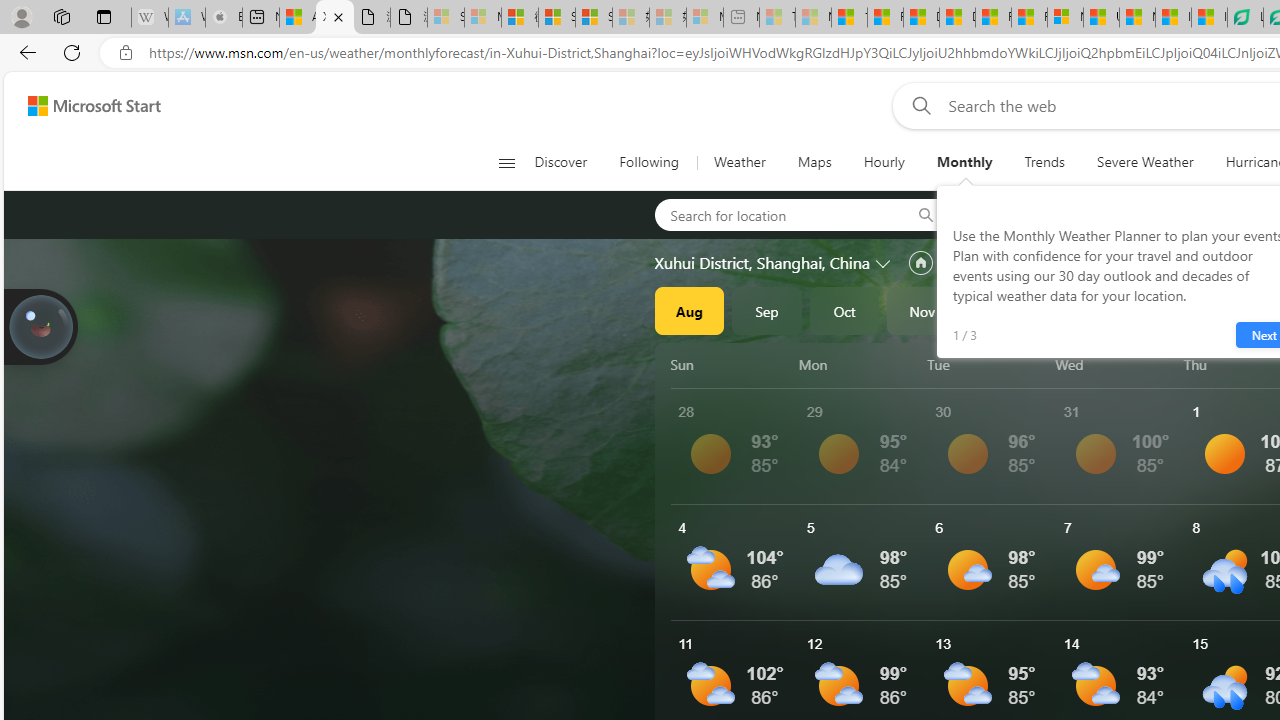 Image resolution: width=1280 pixels, height=720 pixels. I want to click on 'Trends', so click(1043, 162).